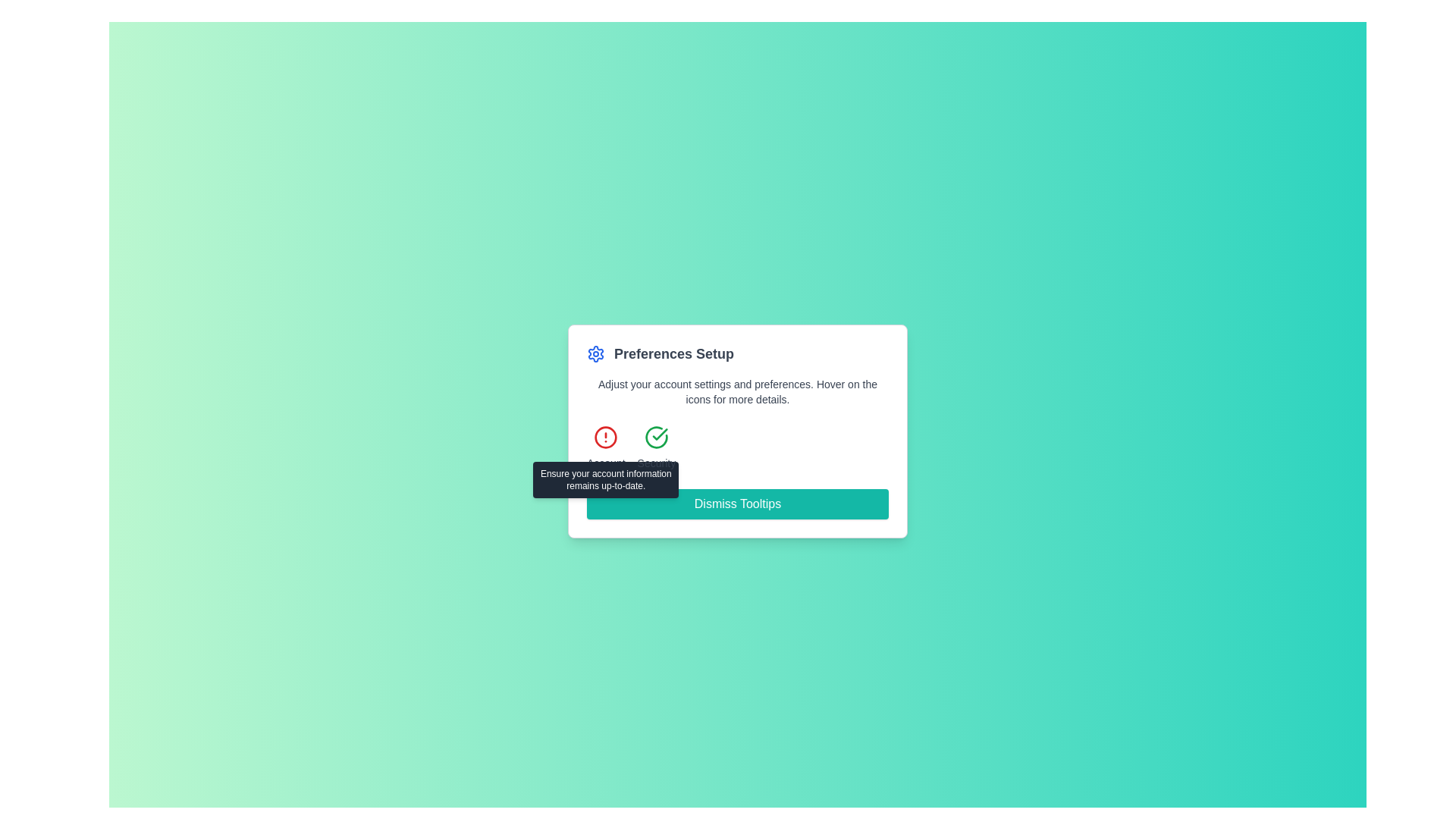  Describe the element at coordinates (738, 431) in the screenshot. I see `the 'Dismiss Tooltips' button in the Preferences Setup dialog box` at that location.